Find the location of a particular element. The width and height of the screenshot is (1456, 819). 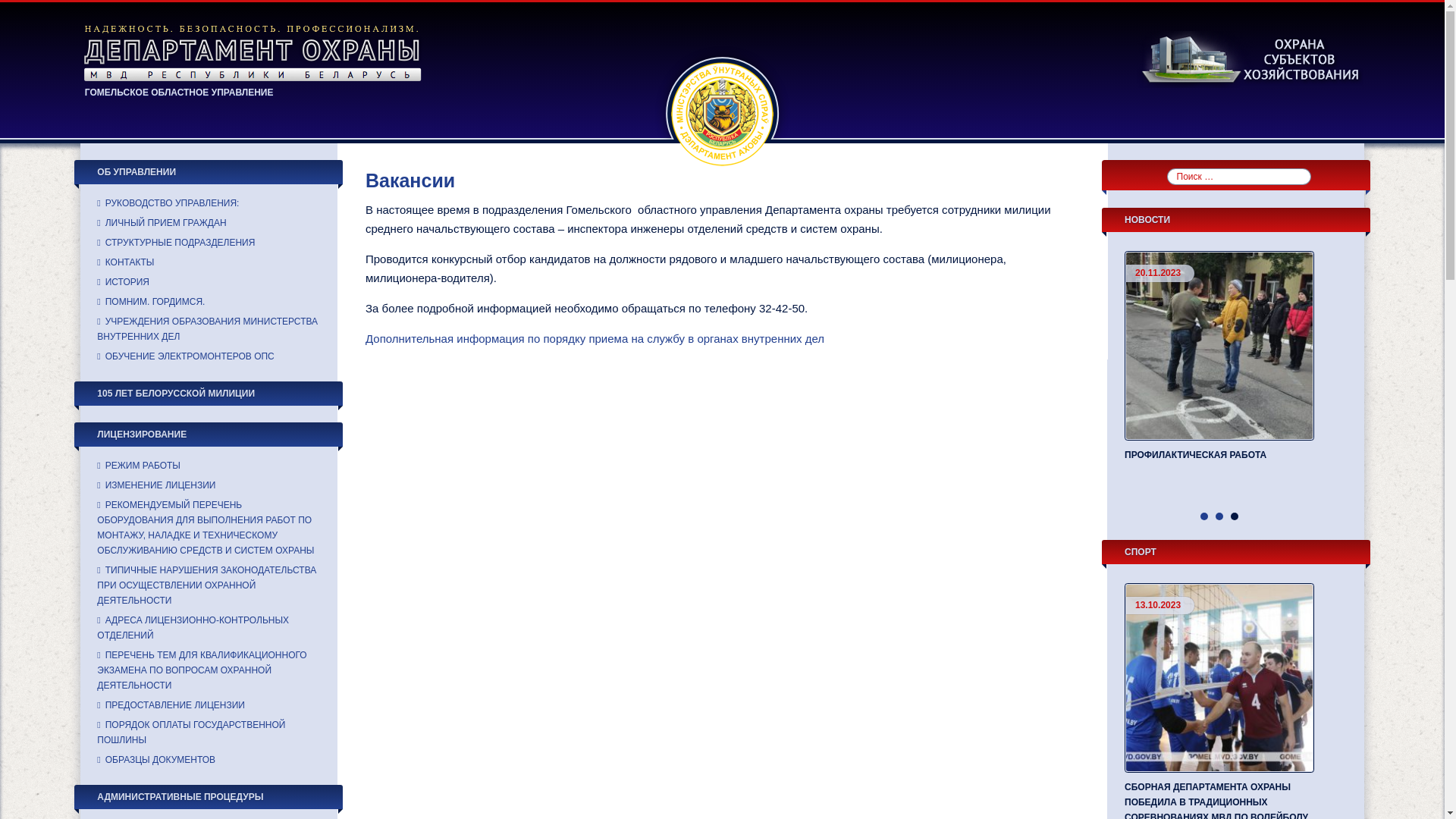

'1' is located at coordinates (1203, 516).